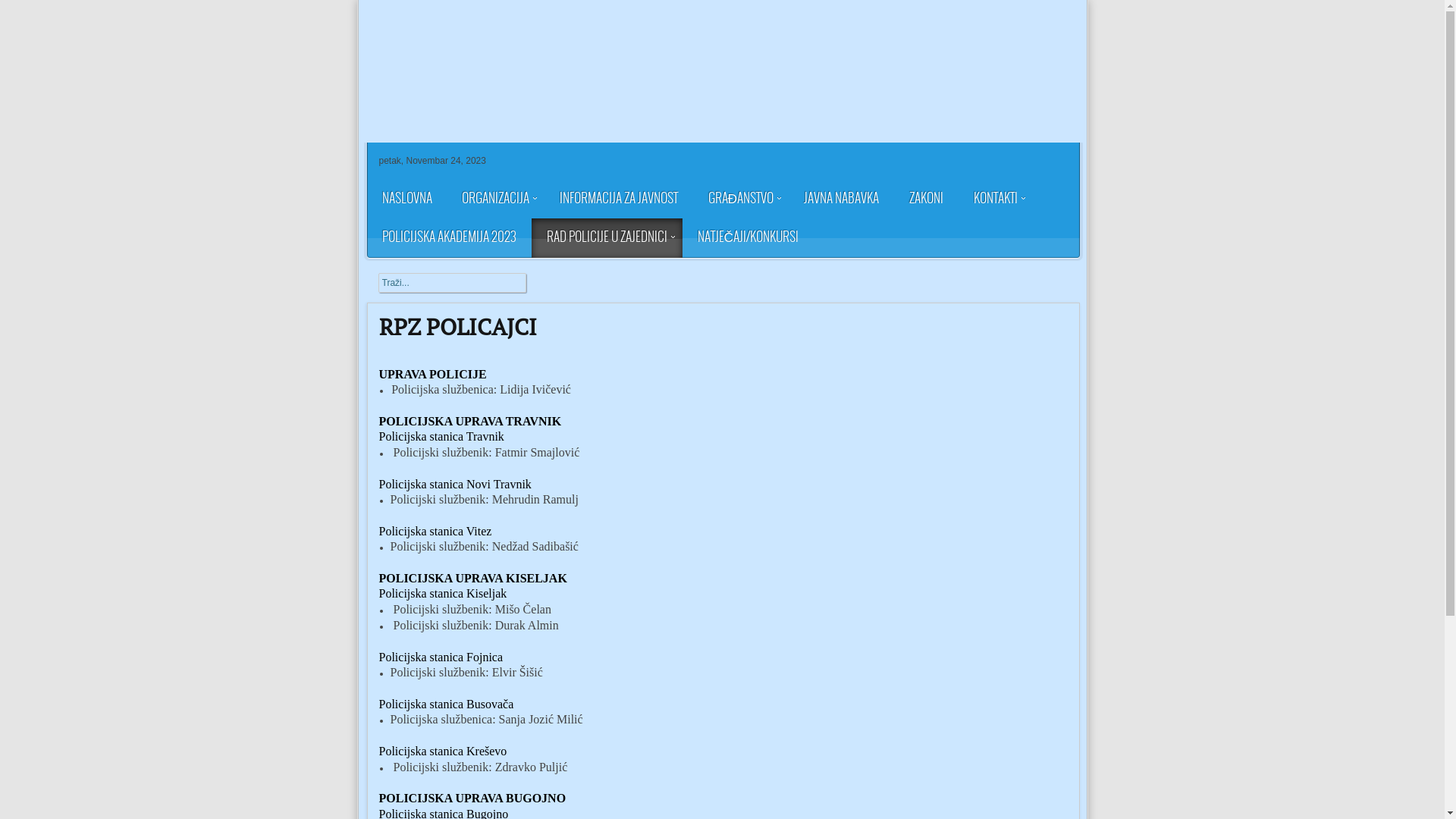 The width and height of the screenshot is (1456, 819). I want to click on 'Policijska stanica Vitez', so click(435, 530).